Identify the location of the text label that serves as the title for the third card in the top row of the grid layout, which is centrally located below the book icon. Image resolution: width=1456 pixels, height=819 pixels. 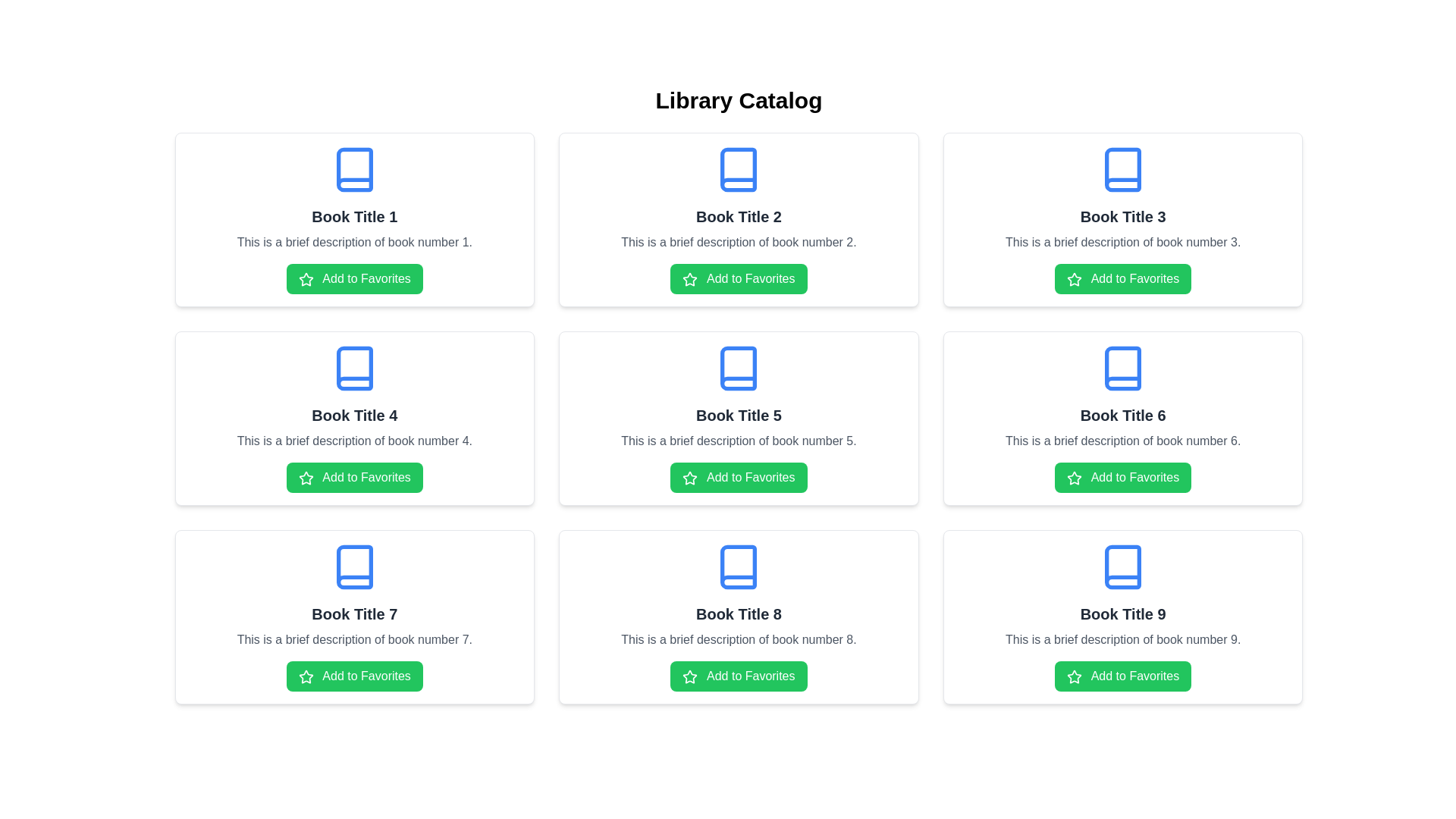
(1123, 216).